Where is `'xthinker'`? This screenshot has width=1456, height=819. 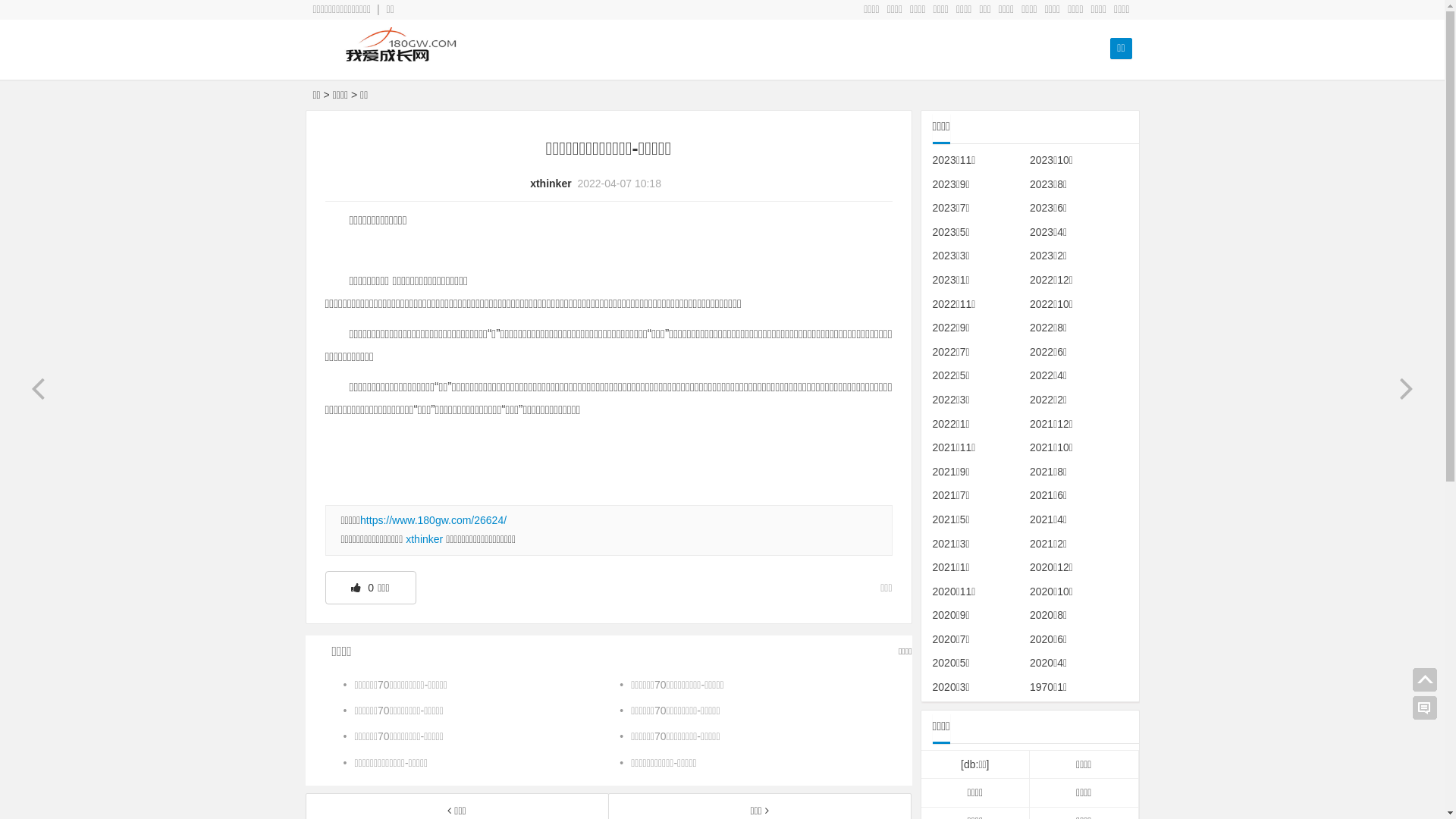 'xthinker' is located at coordinates (424, 538).